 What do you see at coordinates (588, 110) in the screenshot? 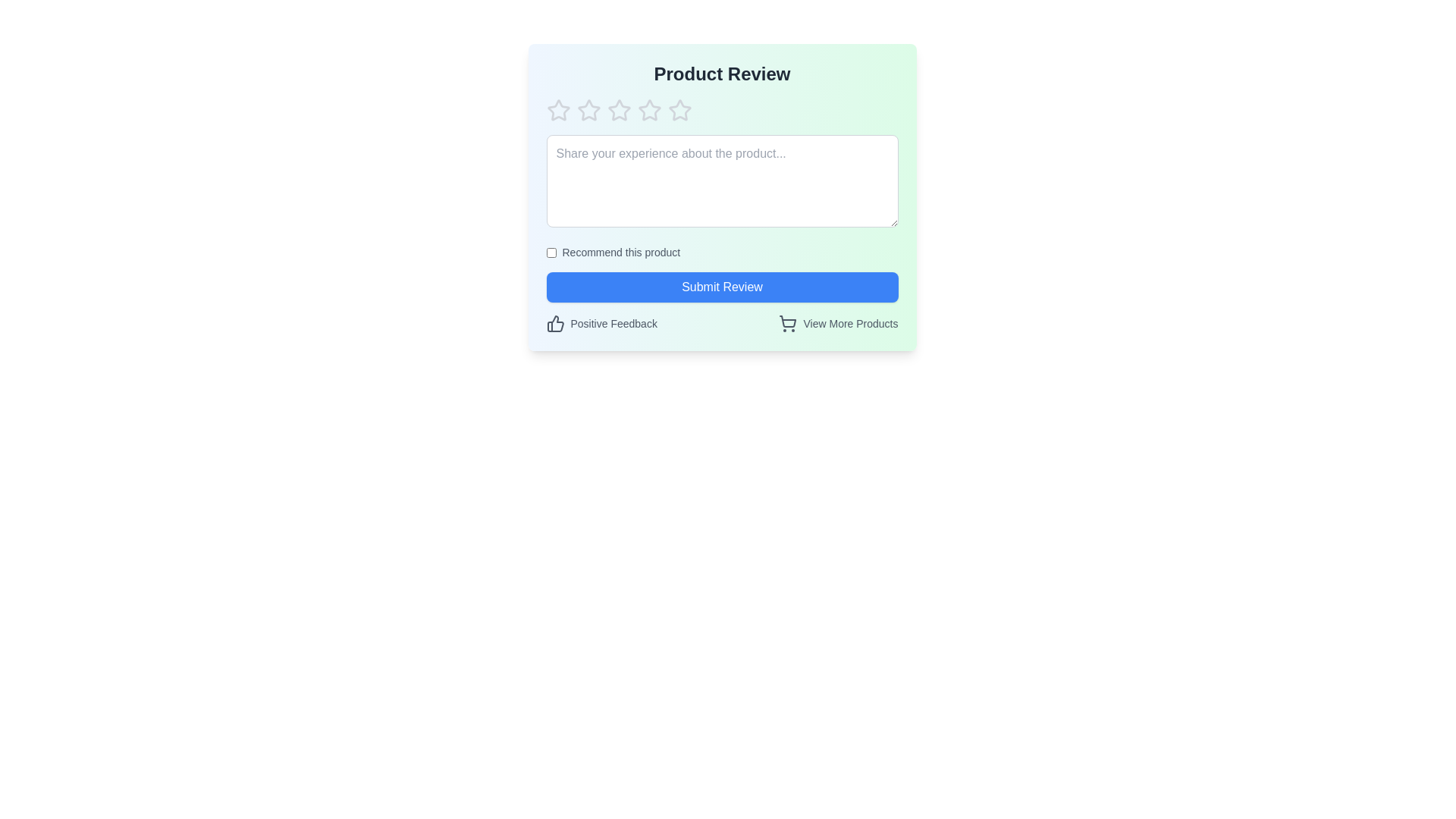
I see `the star representing 2 stars to preview the rating` at bounding box center [588, 110].